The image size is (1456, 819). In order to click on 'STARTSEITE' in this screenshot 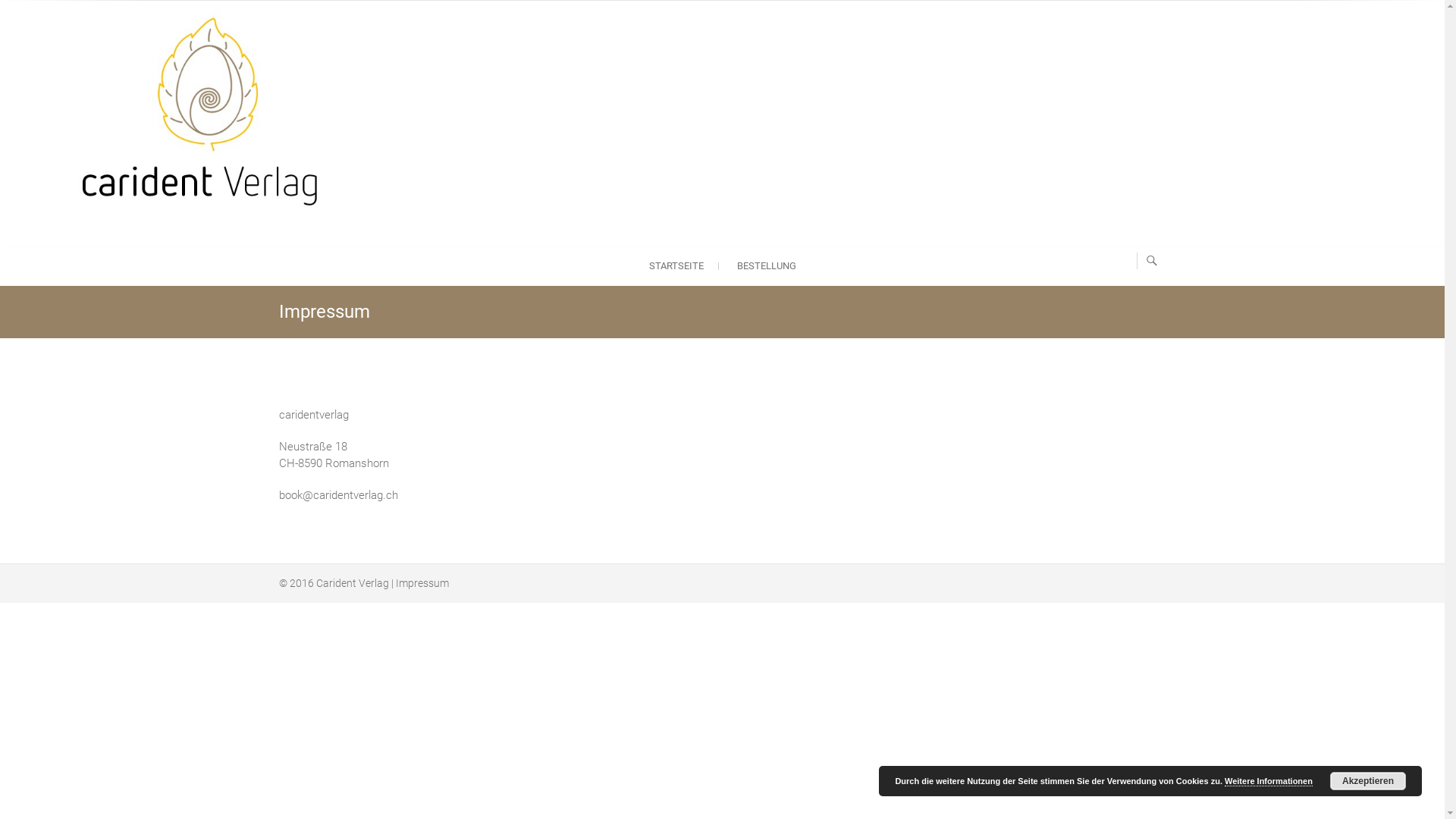, I will do `click(676, 265)`.